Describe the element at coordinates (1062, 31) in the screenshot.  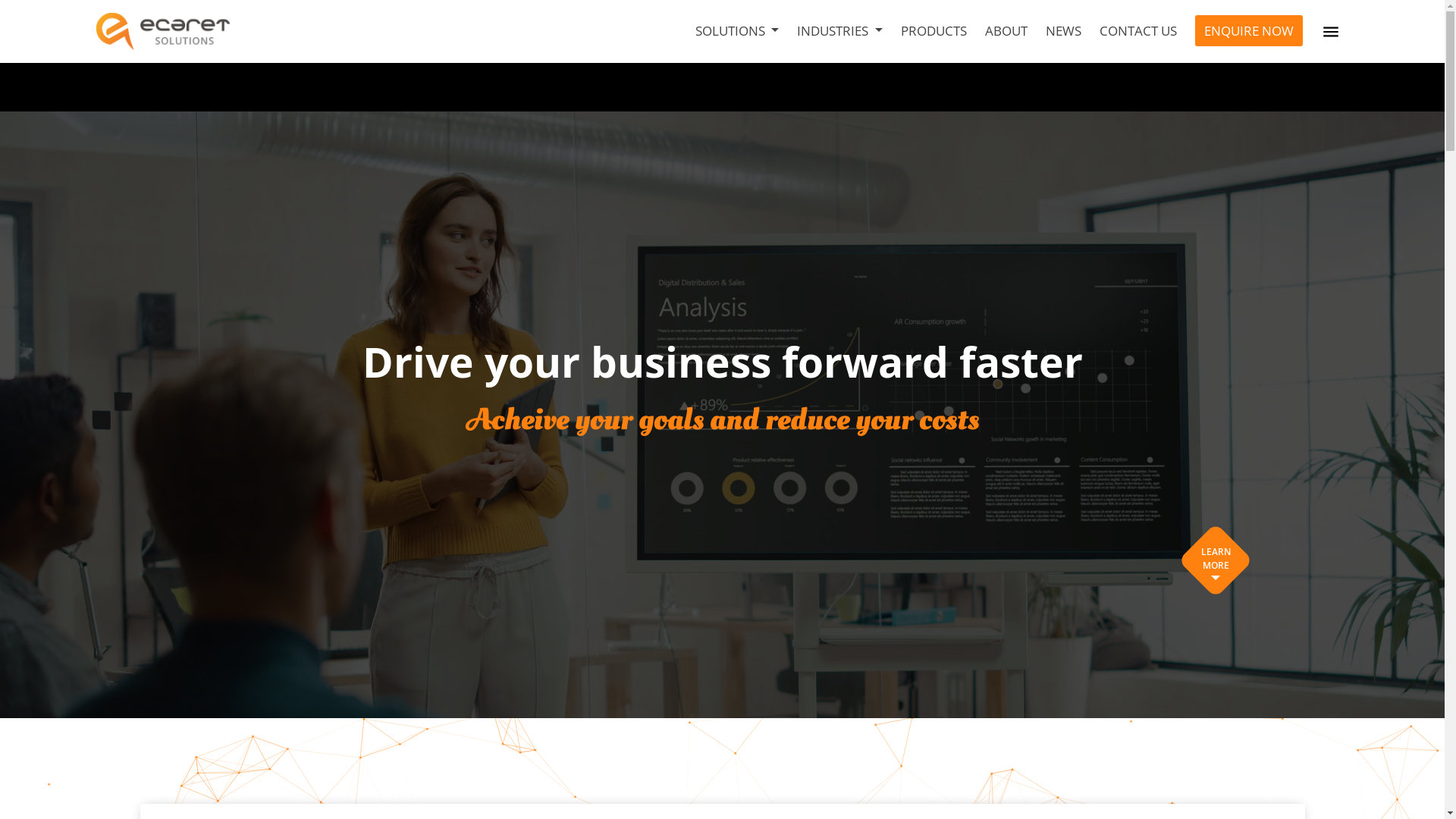
I see `'NEWS'` at that location.